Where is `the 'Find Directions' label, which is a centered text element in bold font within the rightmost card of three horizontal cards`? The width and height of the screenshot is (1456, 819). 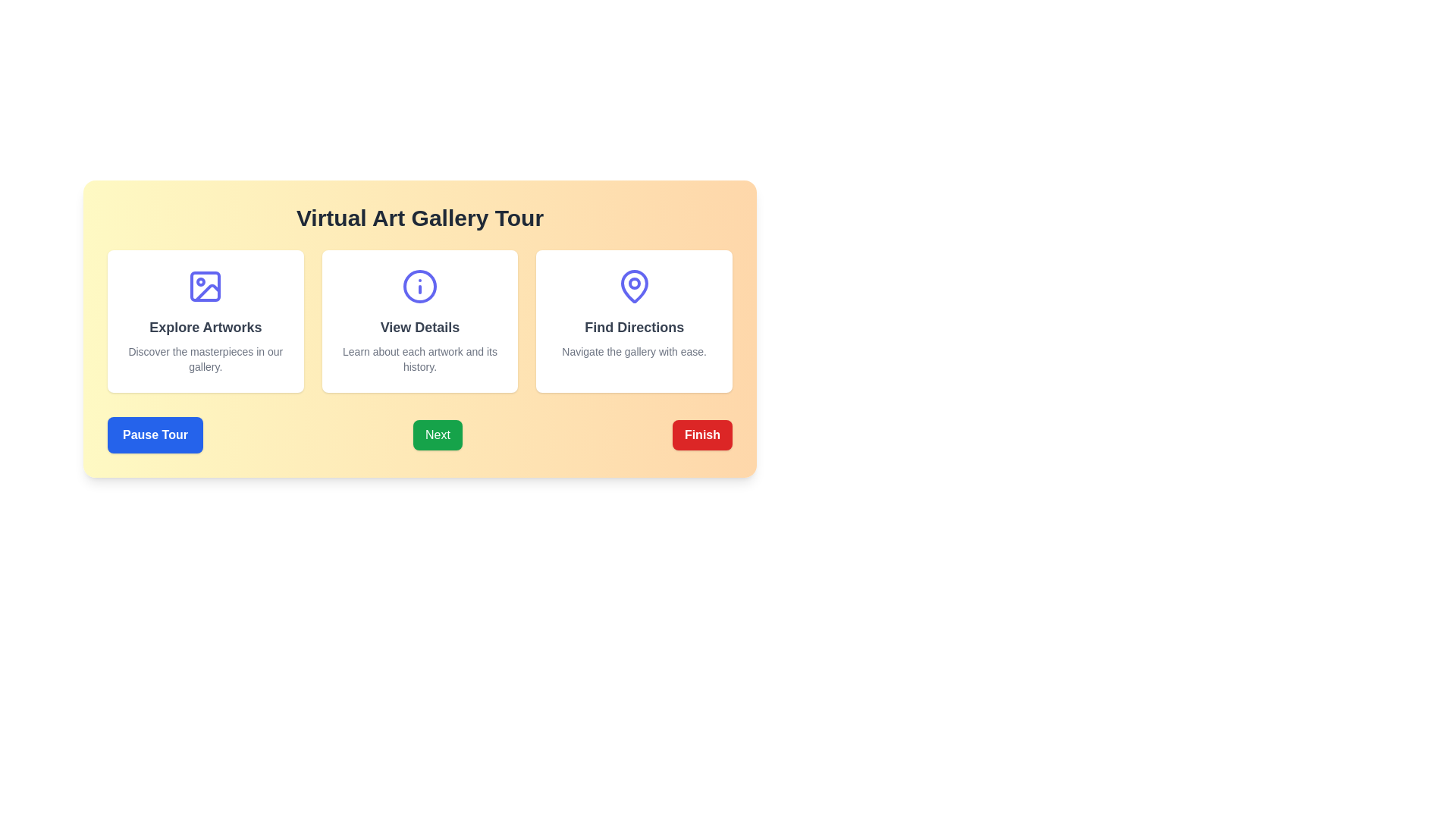
the 'Find Directions' label, which is a centered text element in bold font within the rightmost card of three horizontal cards is located at coordinates (634, 327).